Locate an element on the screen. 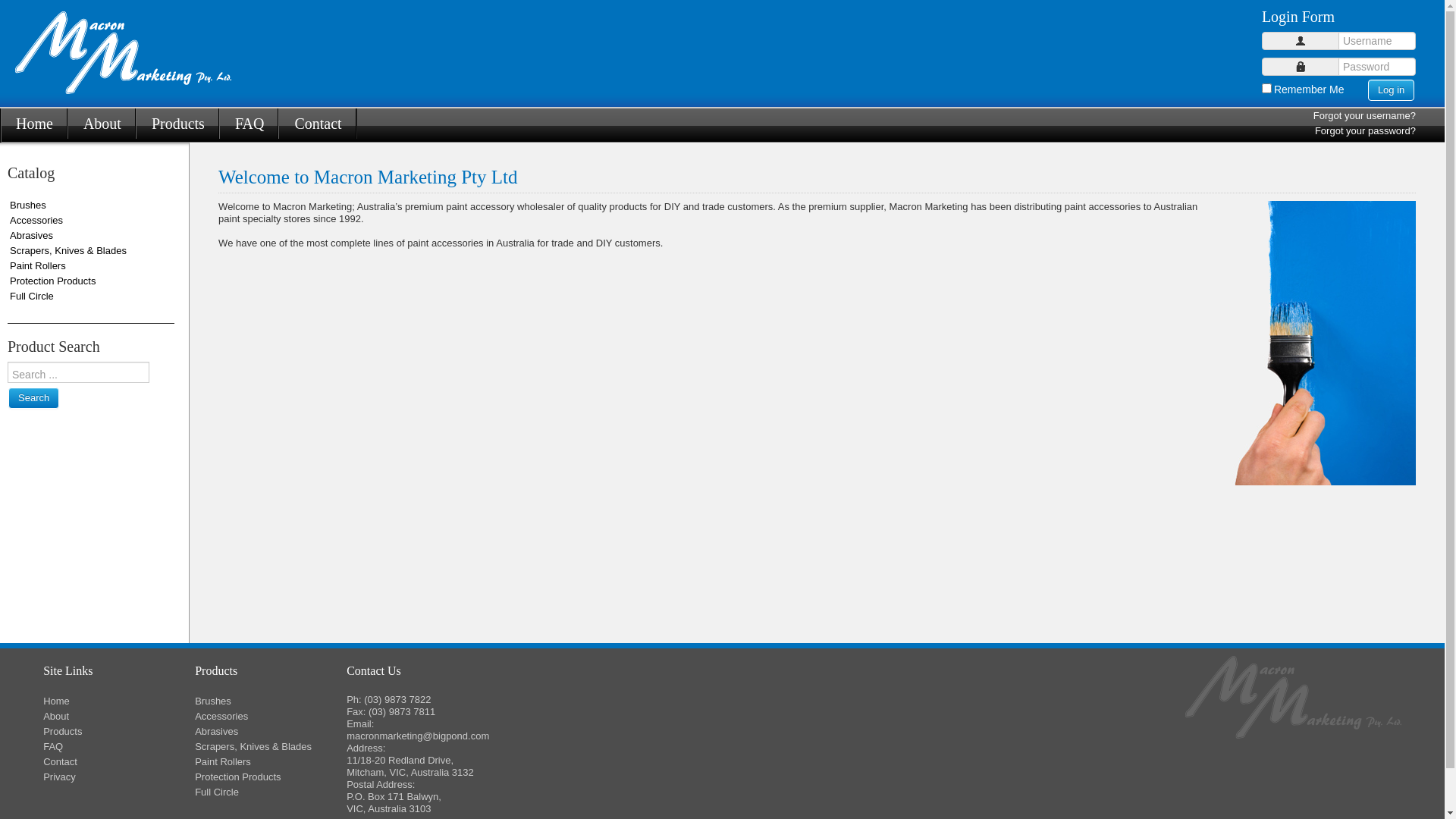 The image size is (1456, 819). 'Log in' is located at coordinates (1391, 90).